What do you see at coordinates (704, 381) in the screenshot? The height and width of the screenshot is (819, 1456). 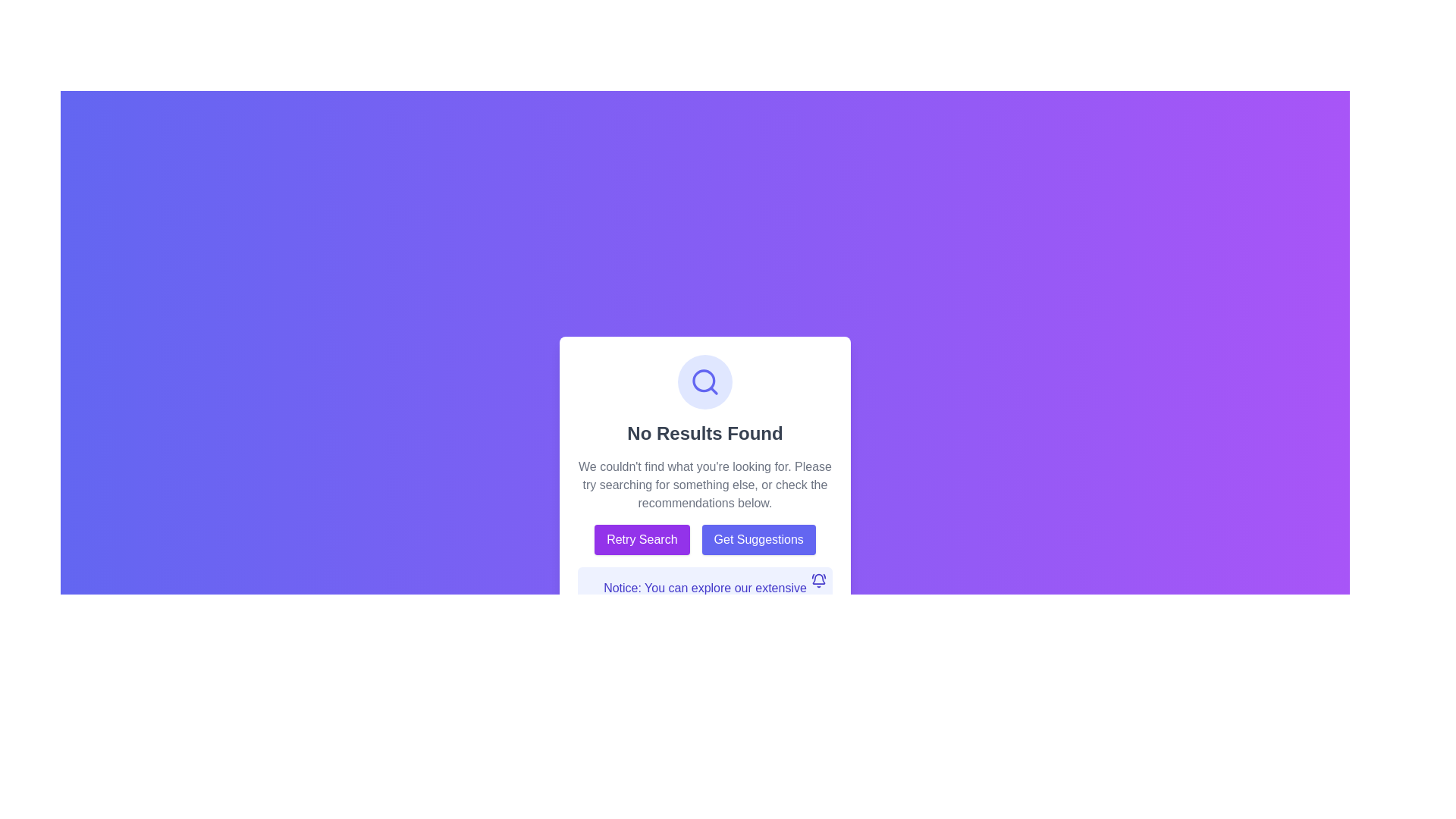 I see `the circular purple magnifying glass icon located at the top center of the panel above the 'No Results Found' text block` at bounding box center [704, 381].